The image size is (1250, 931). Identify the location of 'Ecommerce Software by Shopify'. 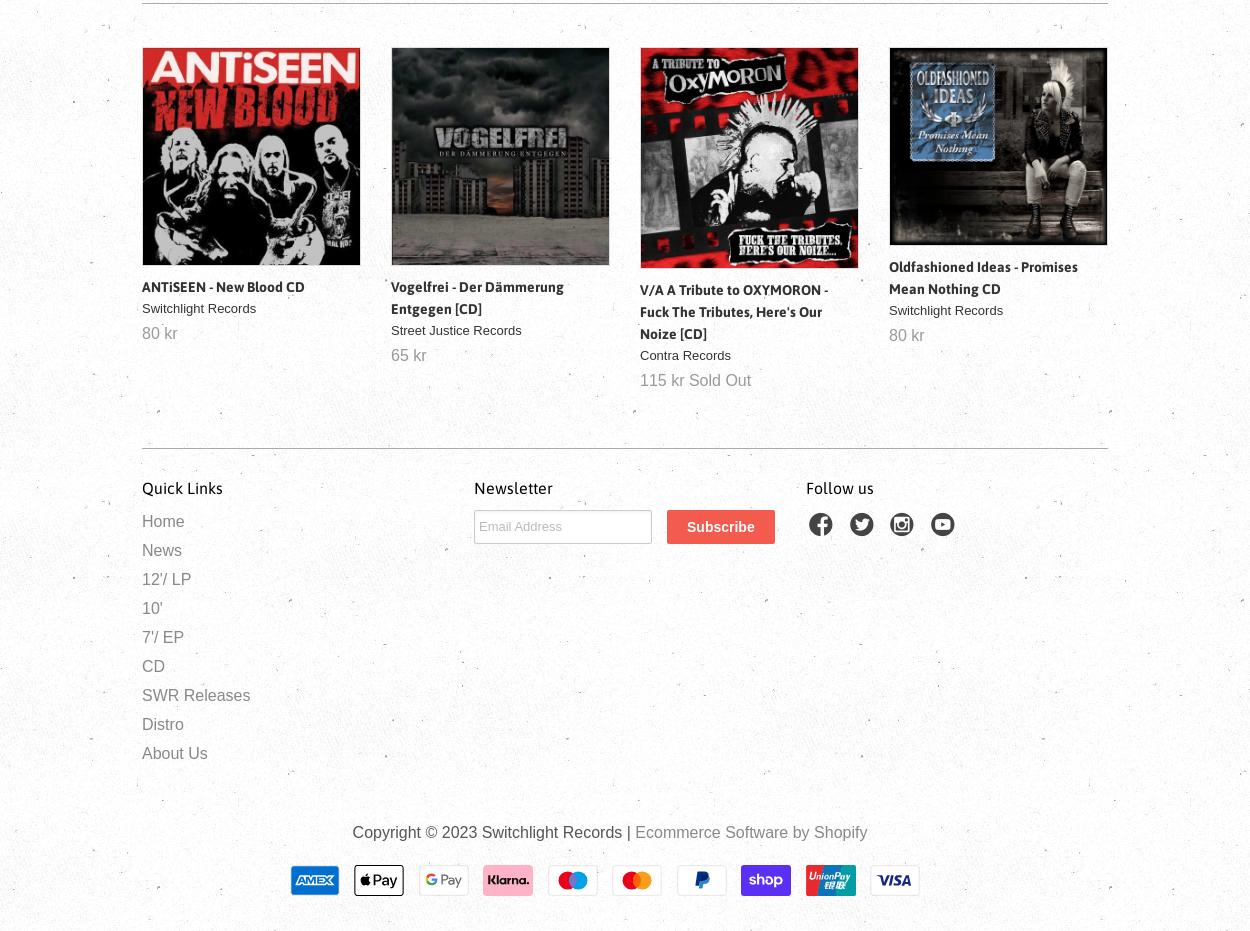
(751, 830).